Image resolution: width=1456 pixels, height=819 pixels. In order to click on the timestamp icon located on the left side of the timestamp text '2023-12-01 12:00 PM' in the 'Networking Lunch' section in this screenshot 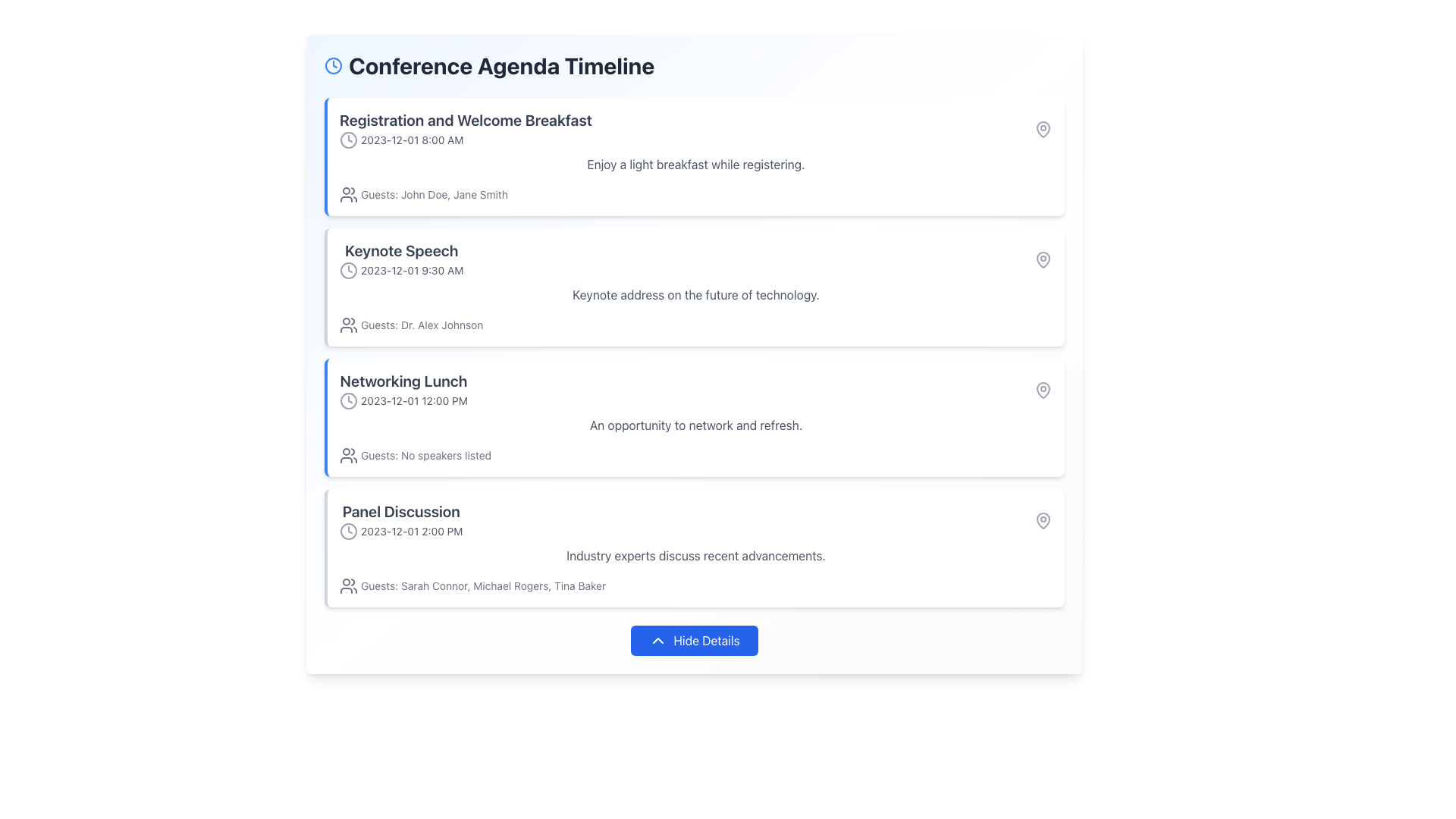, I will do `click(348, 400)`.